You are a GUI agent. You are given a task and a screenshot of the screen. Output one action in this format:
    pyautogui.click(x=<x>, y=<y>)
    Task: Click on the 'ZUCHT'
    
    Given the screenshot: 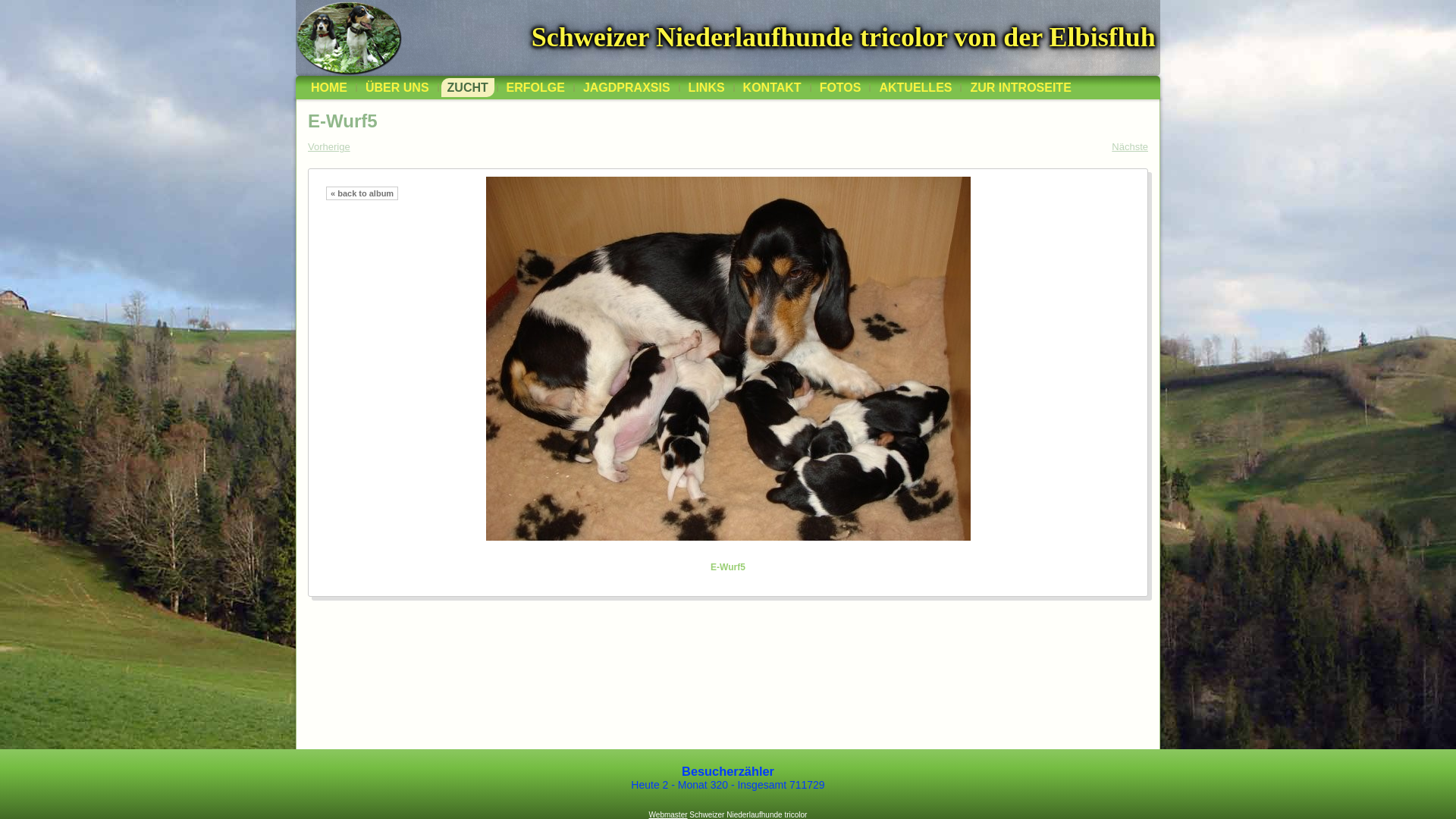 What is the action you would take?
    pyautogui.click(x=440, y=87)
    